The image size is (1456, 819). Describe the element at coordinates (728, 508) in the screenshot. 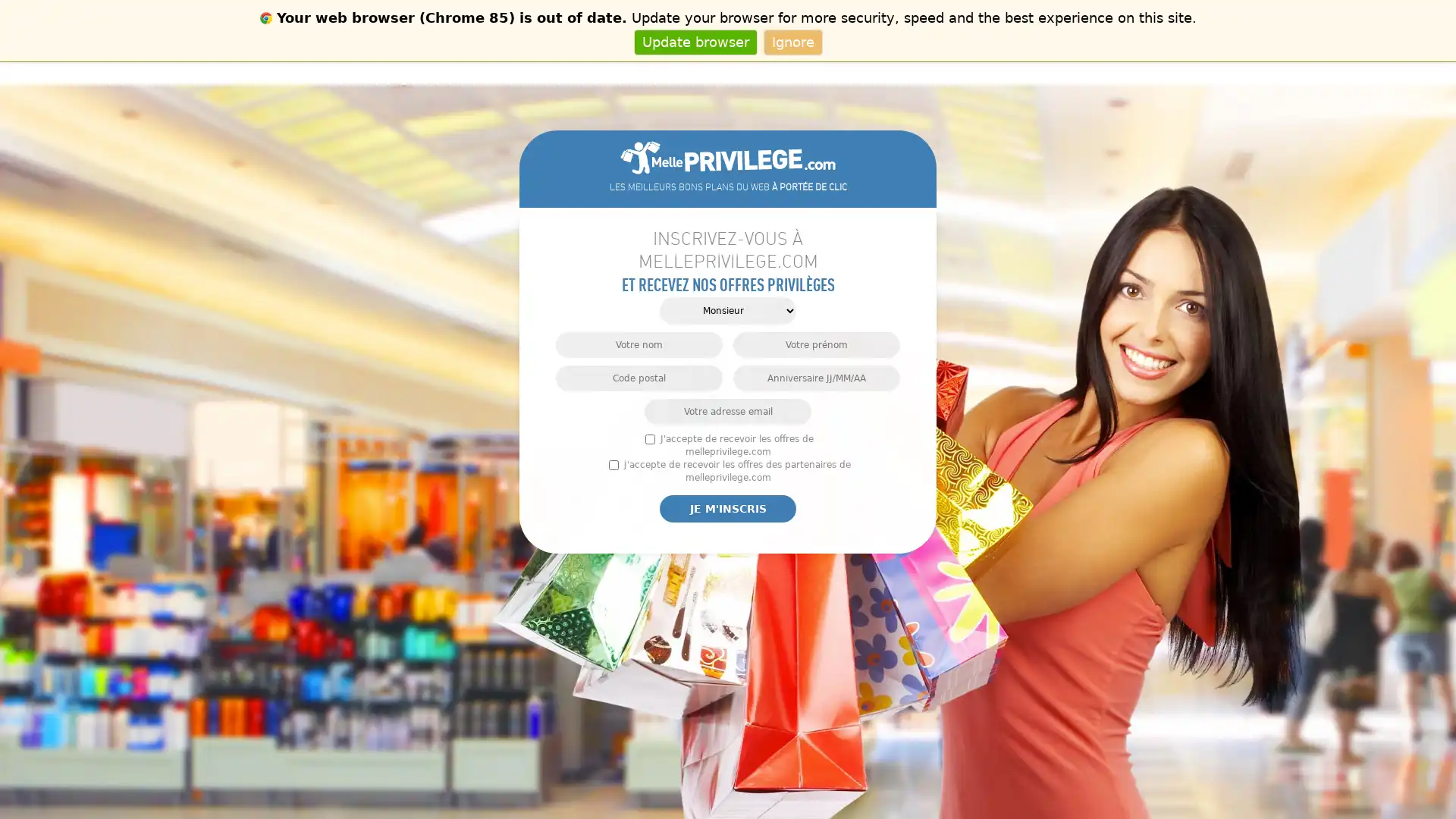

I see `Je m'inscris` at that location.